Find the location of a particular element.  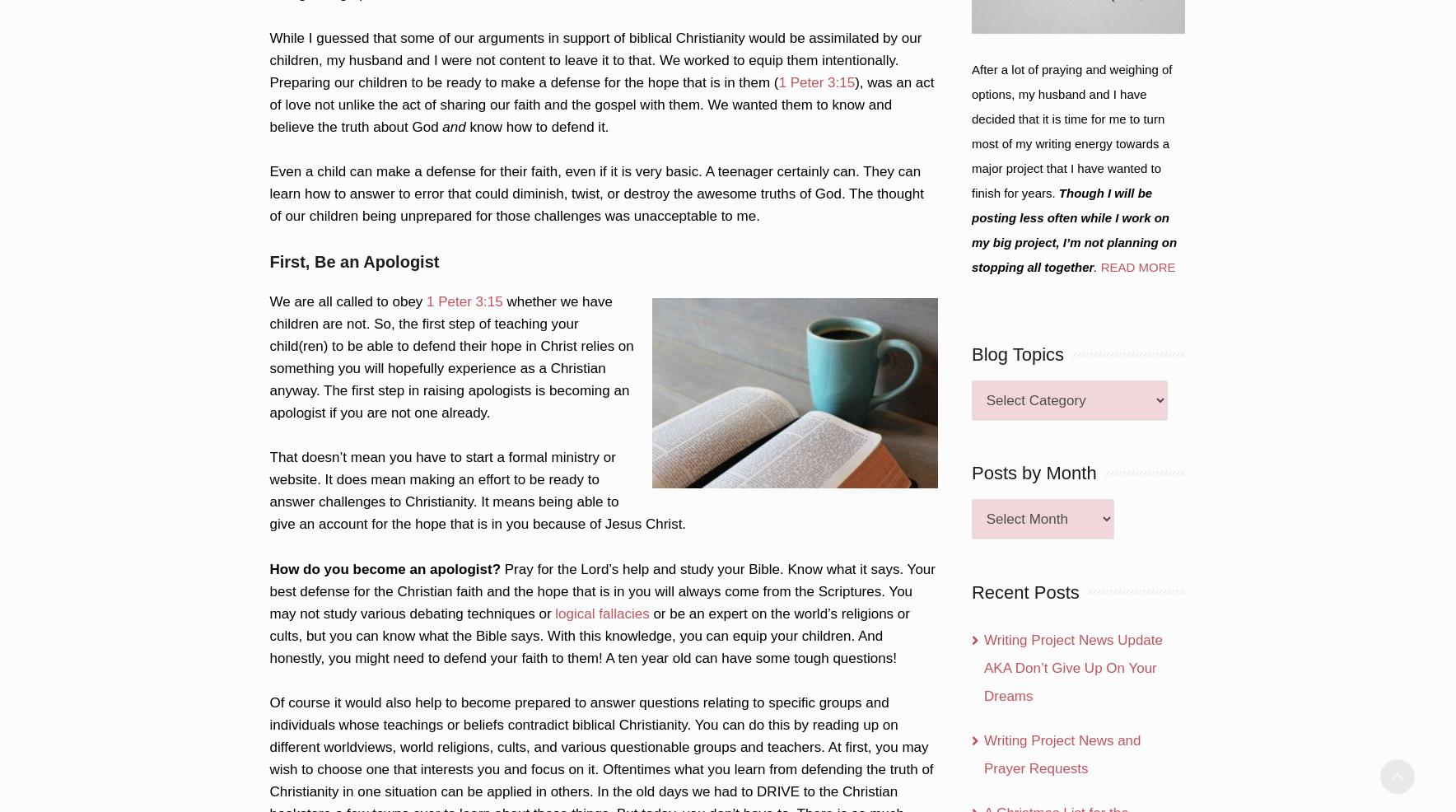

'Writing Project News and Prayer Requests' is located at coordinates (982, 754).